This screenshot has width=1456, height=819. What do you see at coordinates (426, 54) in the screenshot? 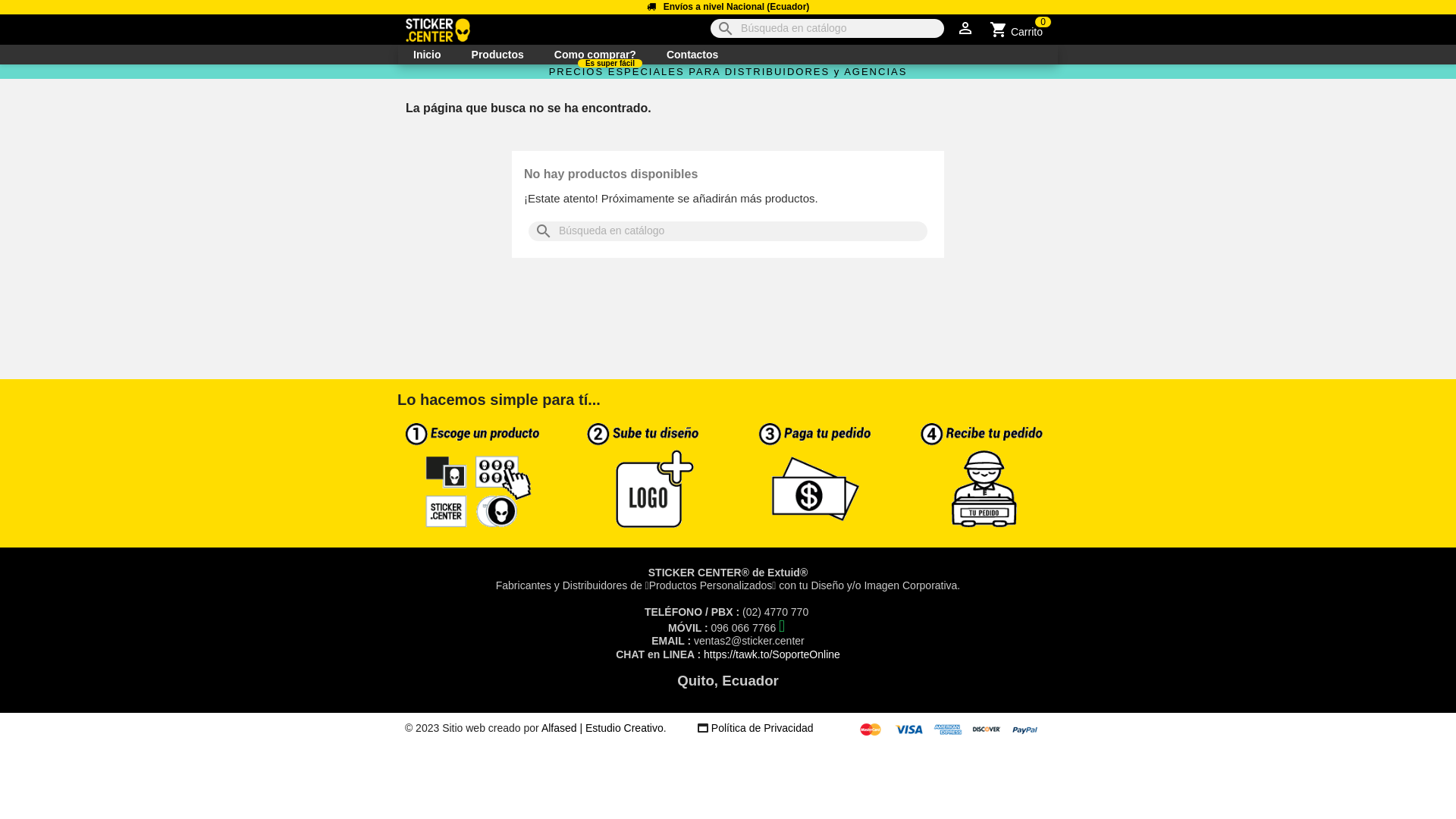
I see `'Inicio'` at bounding box center [426, 54].